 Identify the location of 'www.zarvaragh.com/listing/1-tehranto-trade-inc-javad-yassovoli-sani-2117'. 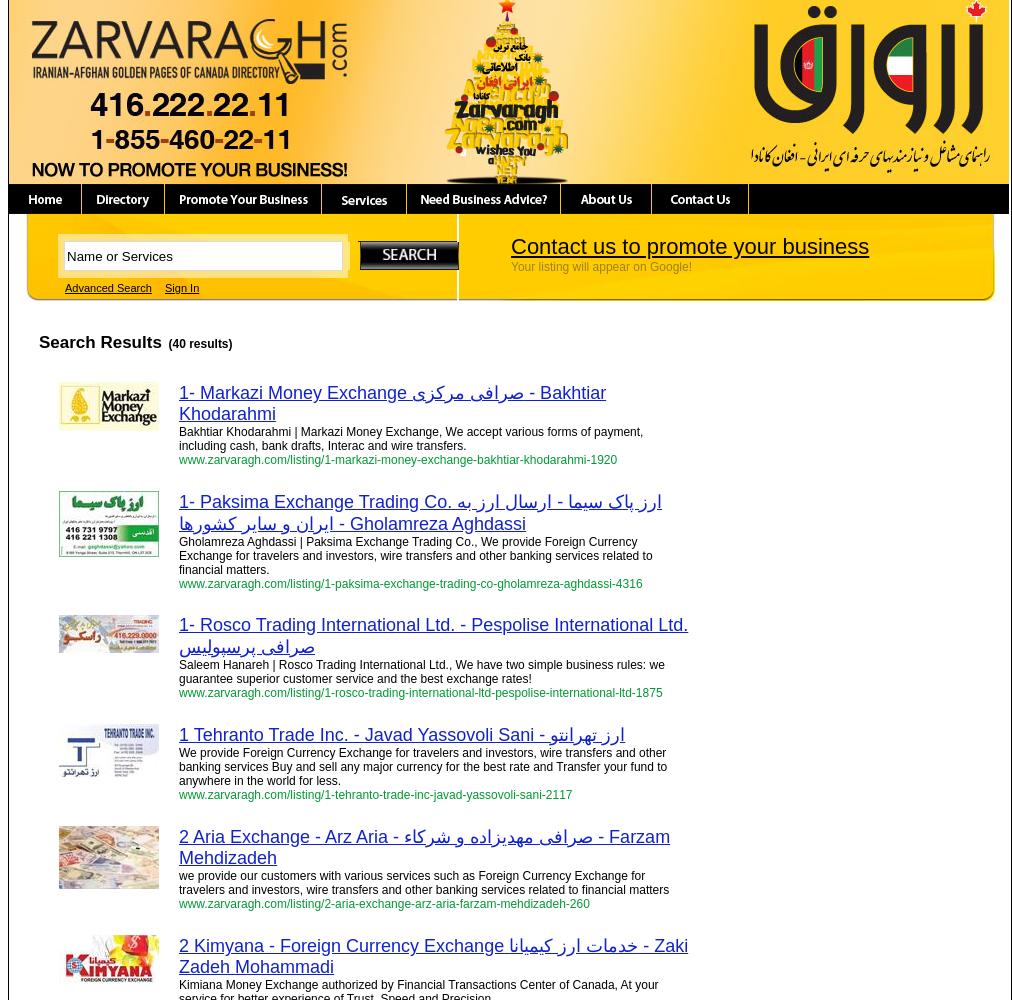
(374, 795).